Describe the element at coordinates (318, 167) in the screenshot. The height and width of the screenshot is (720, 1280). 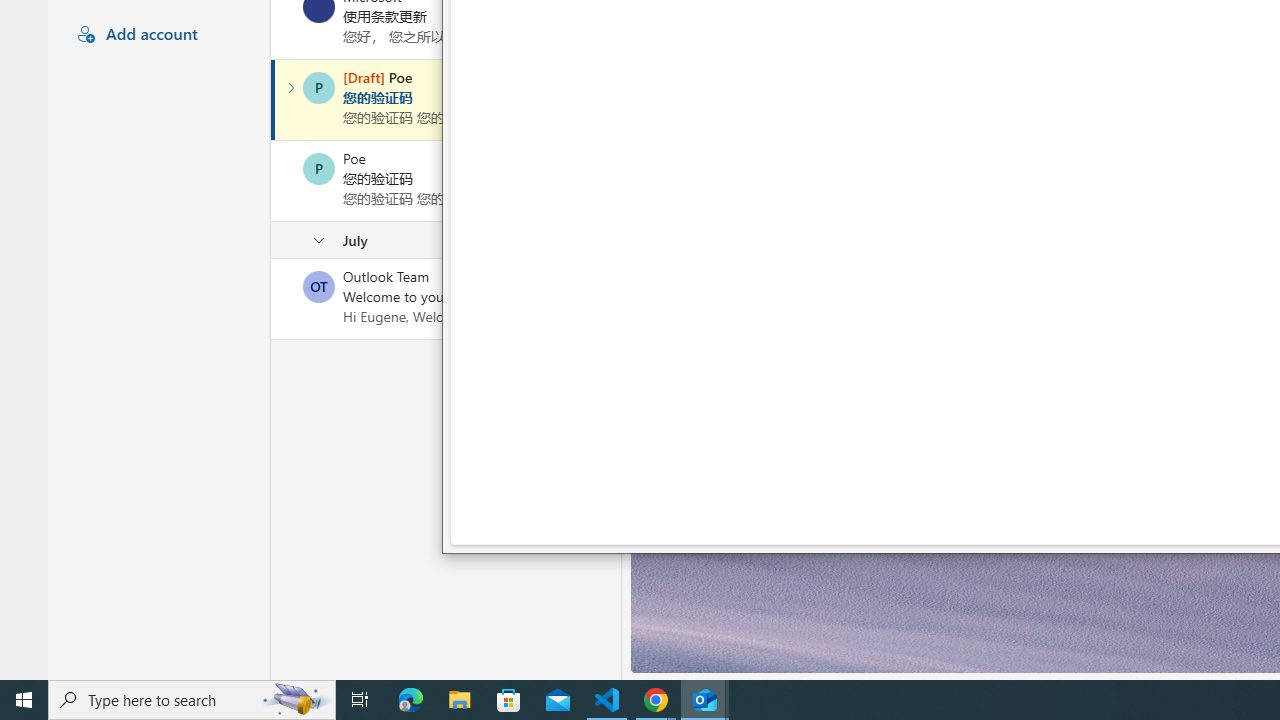
I see `'Poe'` at that location.